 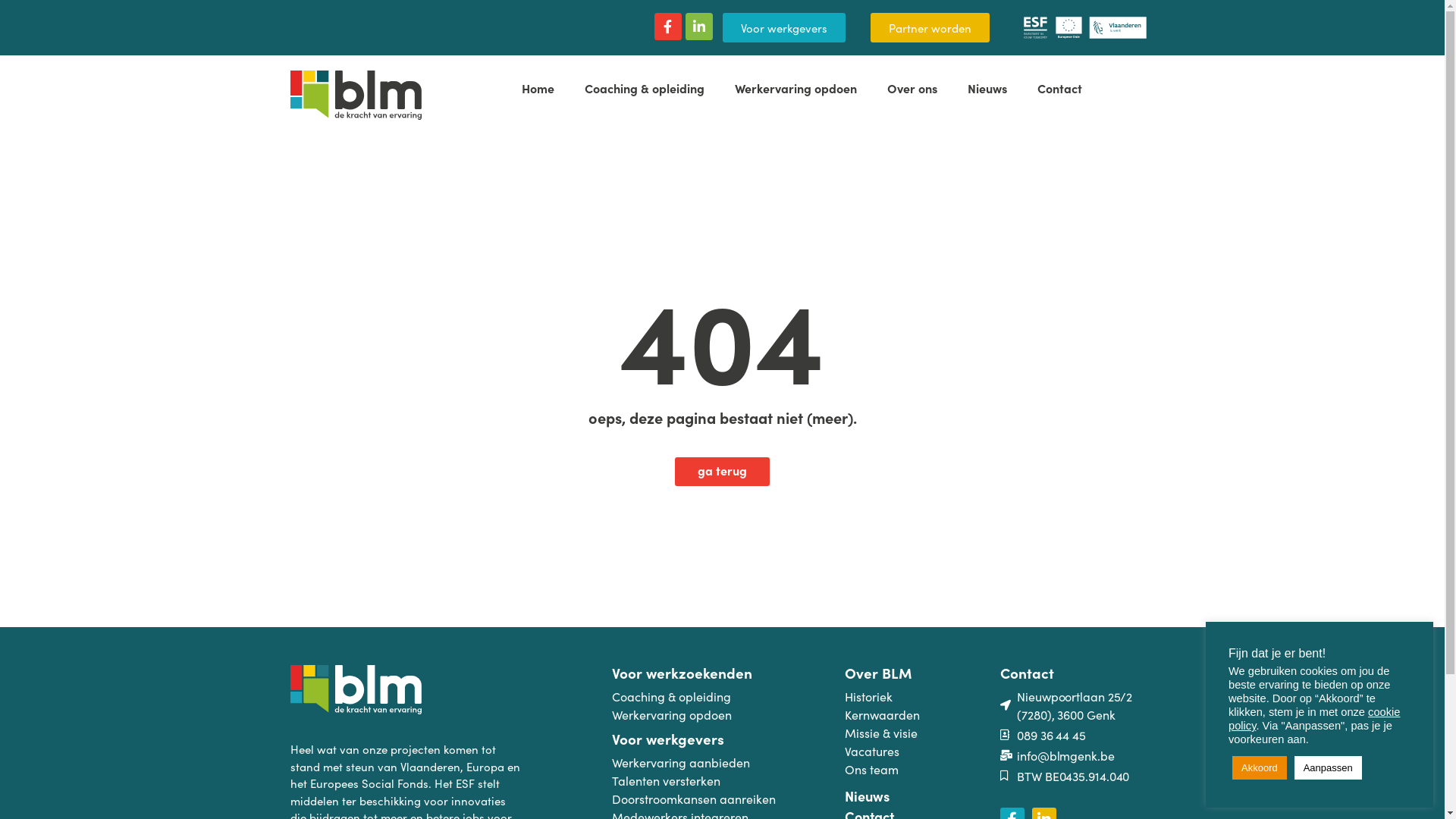 What do you see at coordinates (921, 751) in the screenshot?
I see `'Vacatures'` at bounding box center [921, 751].